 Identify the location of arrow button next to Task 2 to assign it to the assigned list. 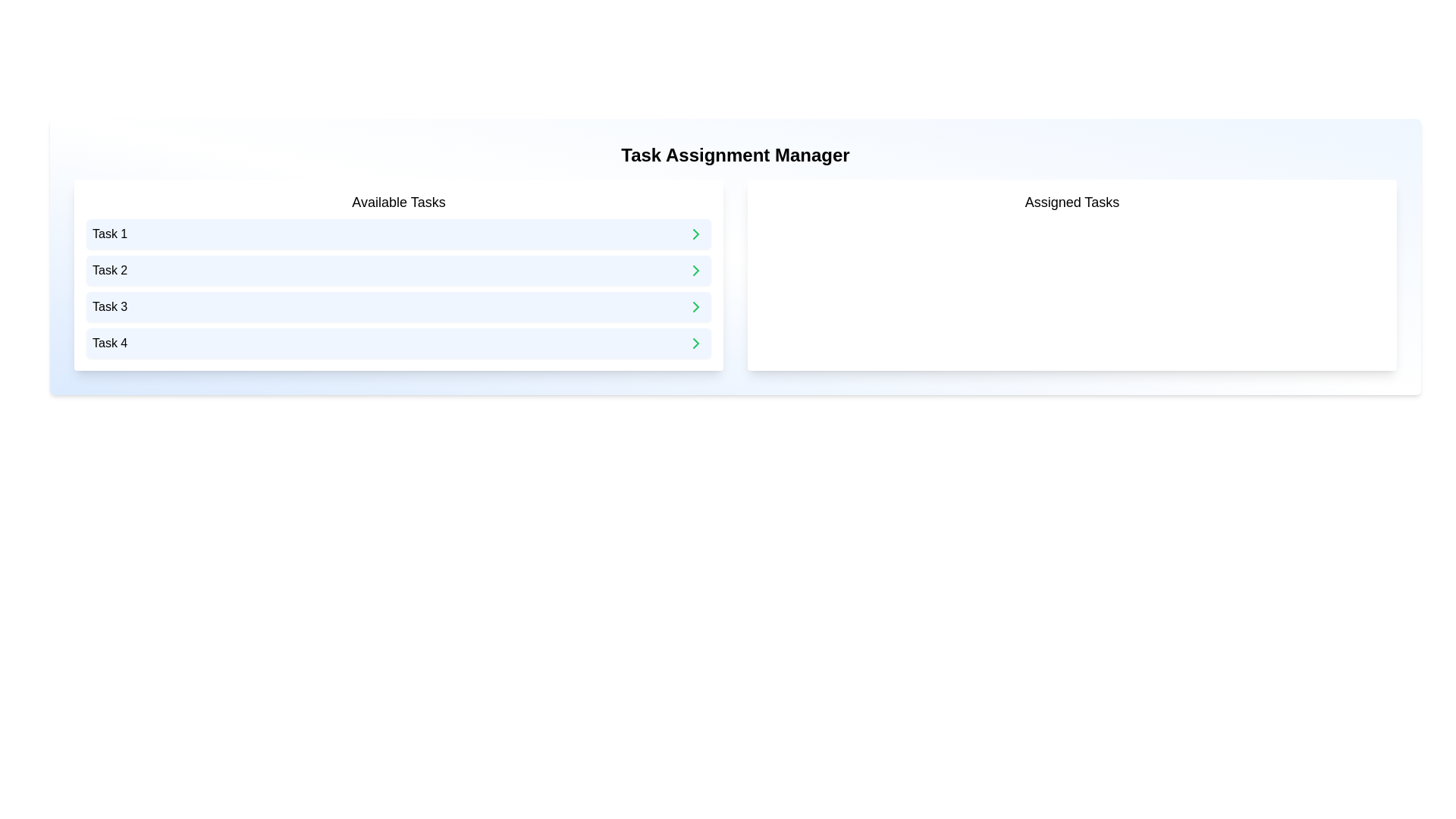
(695, 270).